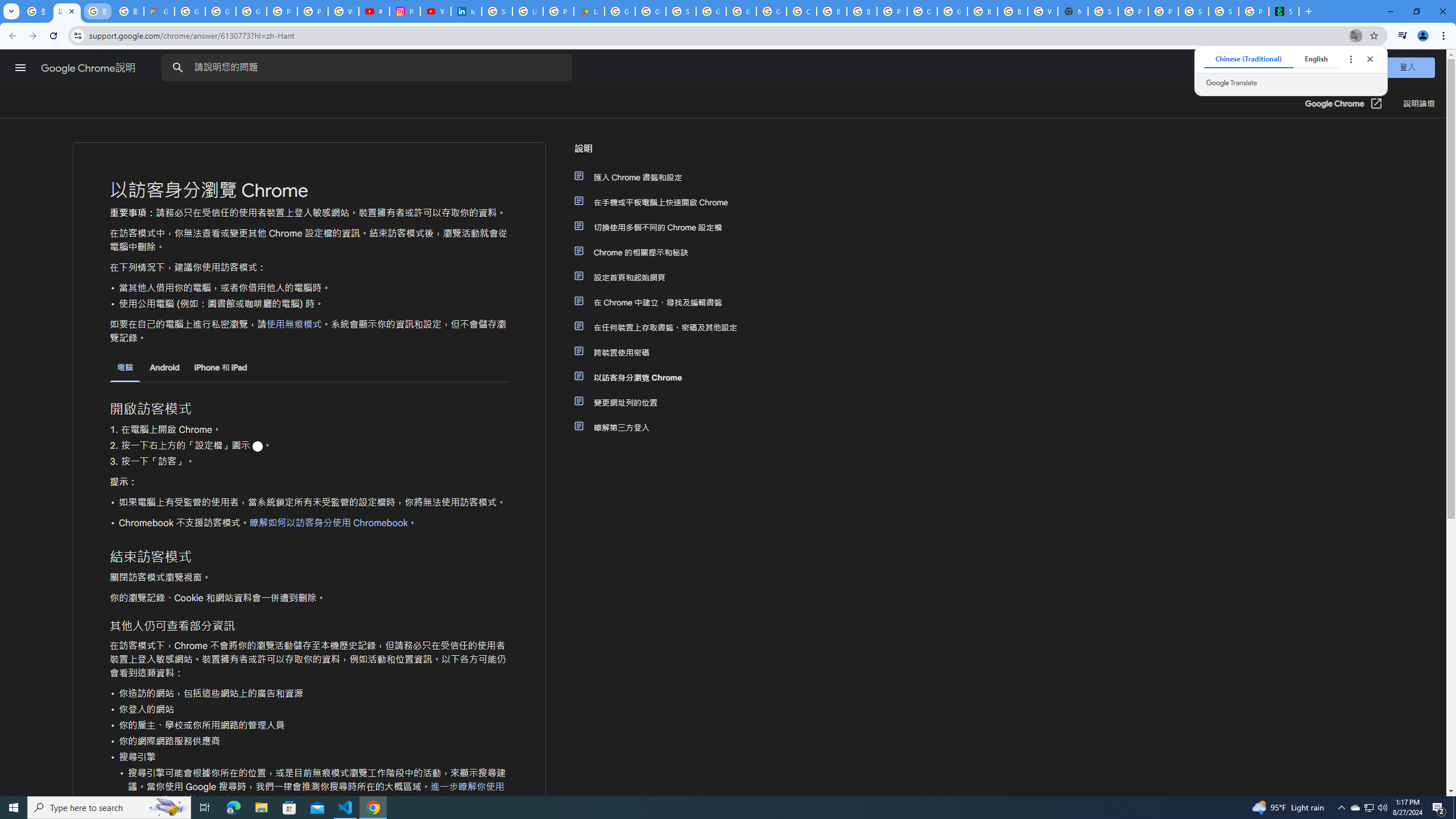 The width and height of the screenshot is (1456, 819). What do you see at coordinates (681, 11) in the screenshot?
I see `'Sign in - Google Accounts'` at bounding box center [681, 11].